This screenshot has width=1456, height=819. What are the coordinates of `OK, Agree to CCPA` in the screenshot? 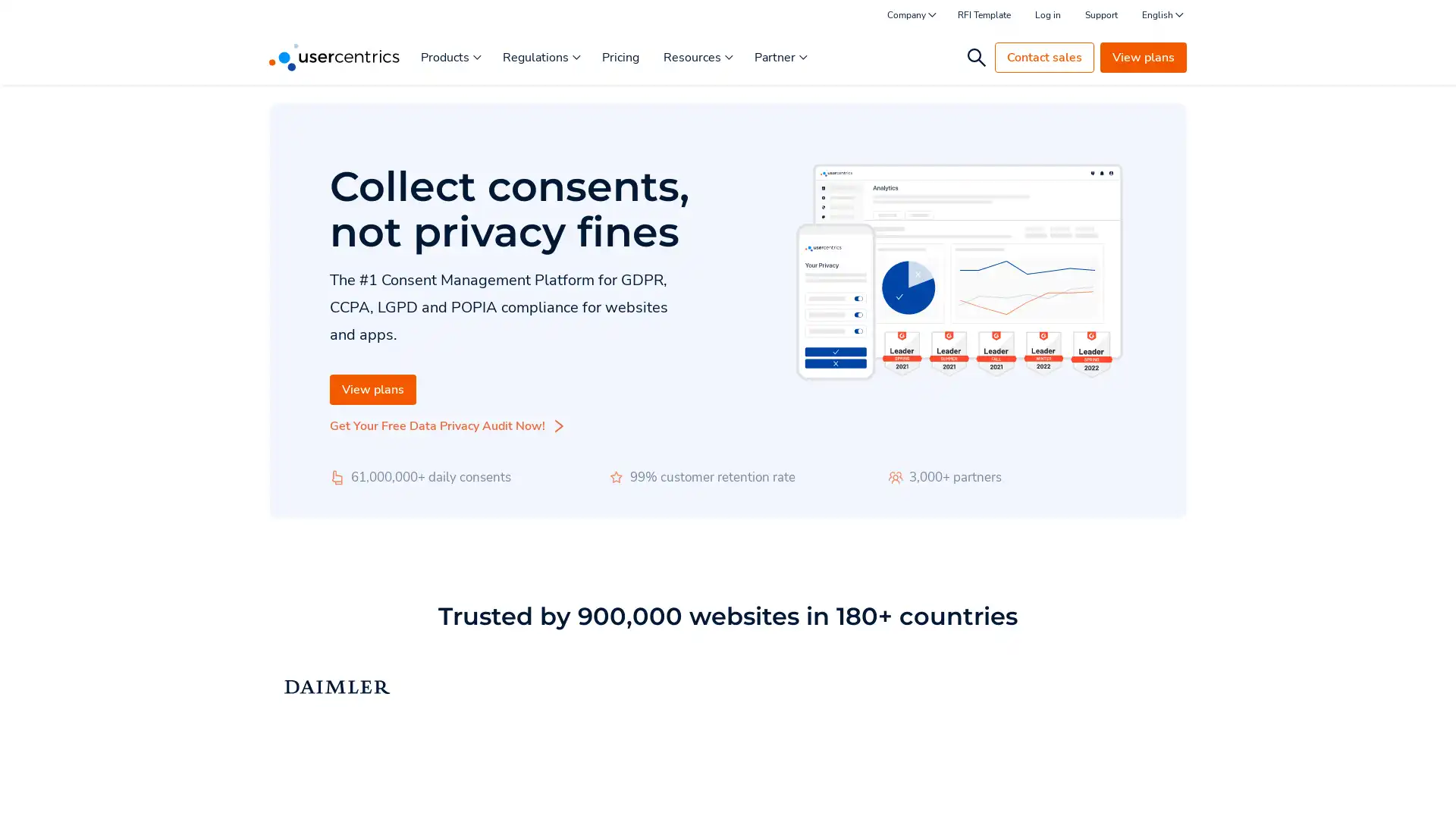 It's located at (1122, 785).